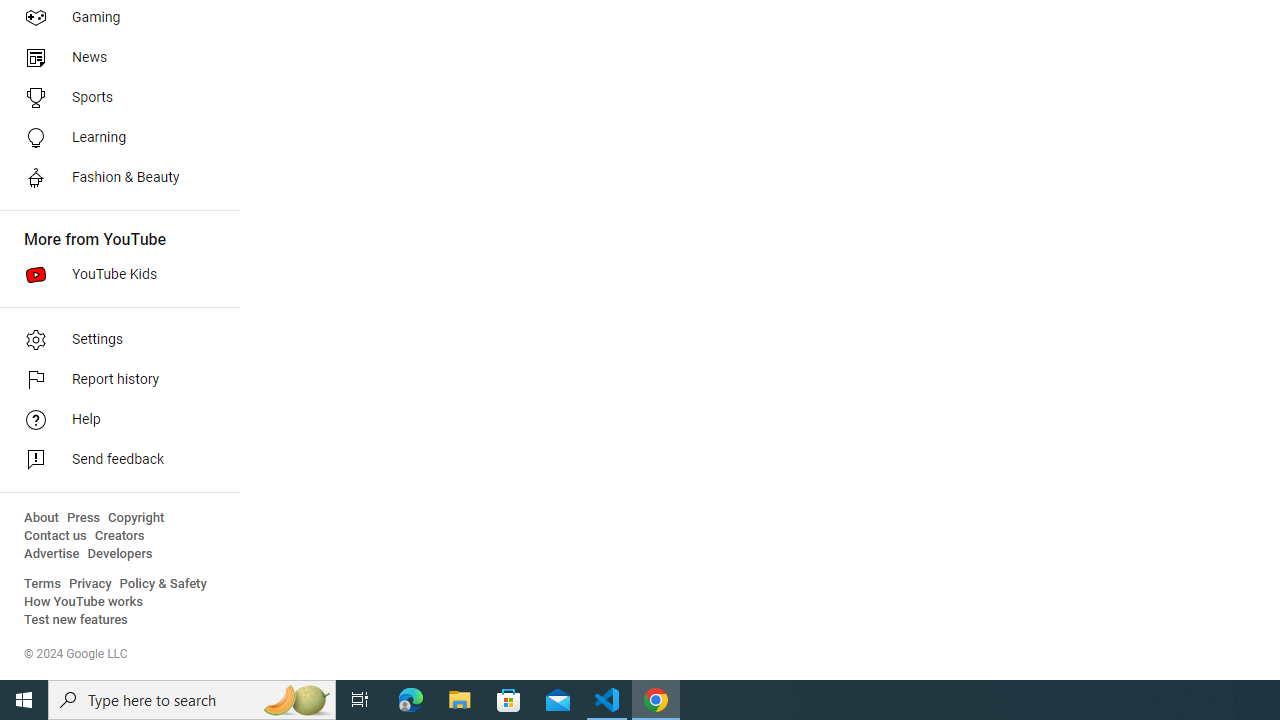 The height and width of the screenshot is (720, 1280). I want to click on 'Test new features', so click(76, 619).